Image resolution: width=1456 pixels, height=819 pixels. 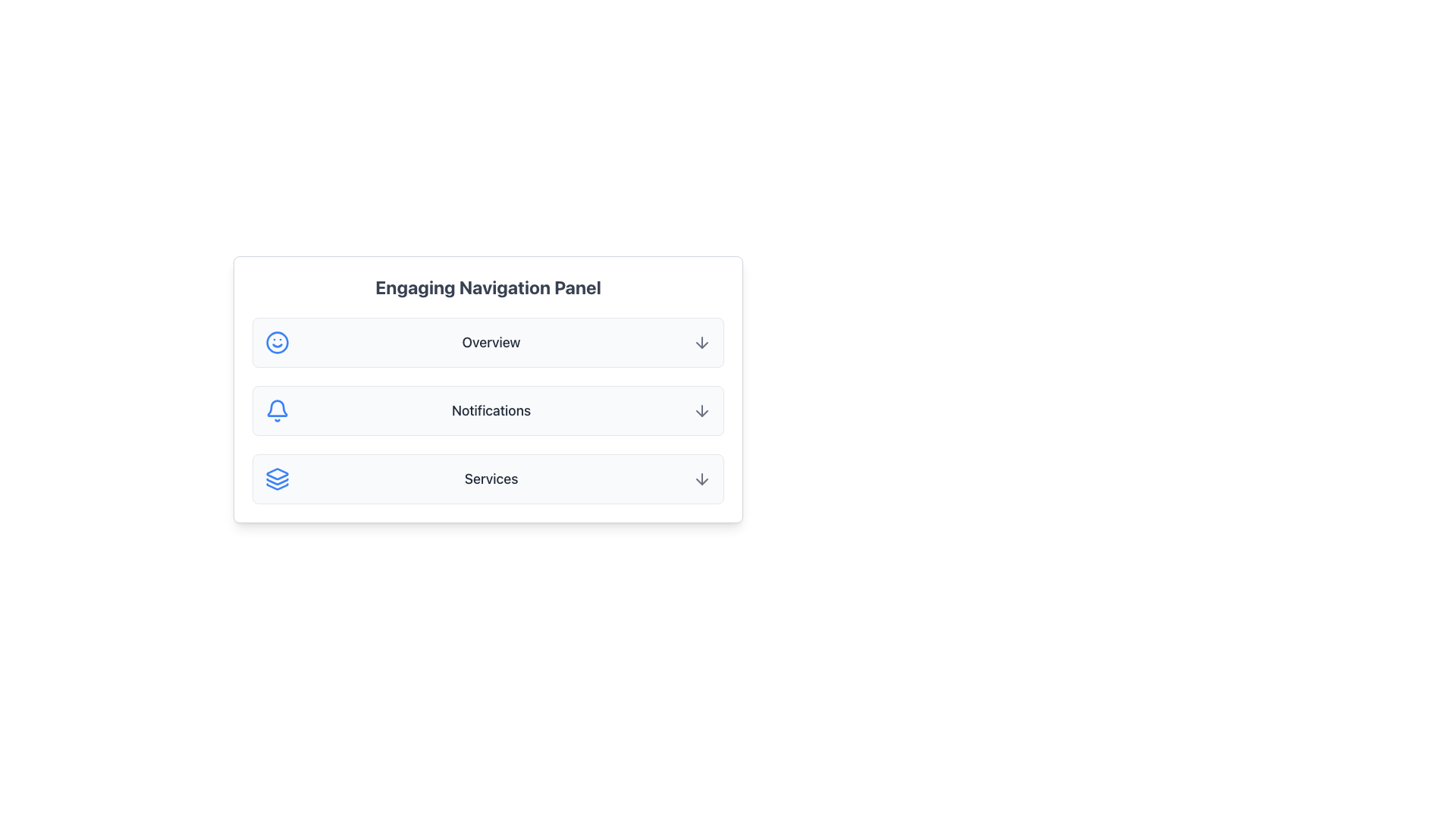 What do you see at coordinates (488, 411) in the screenshot?
I see `the 'Notifications' button, which is a rectangular element with a light gray background, a blue notification bell icon on the left, and a gray downward arrow icon on the right` at bounding box center [488, 411].